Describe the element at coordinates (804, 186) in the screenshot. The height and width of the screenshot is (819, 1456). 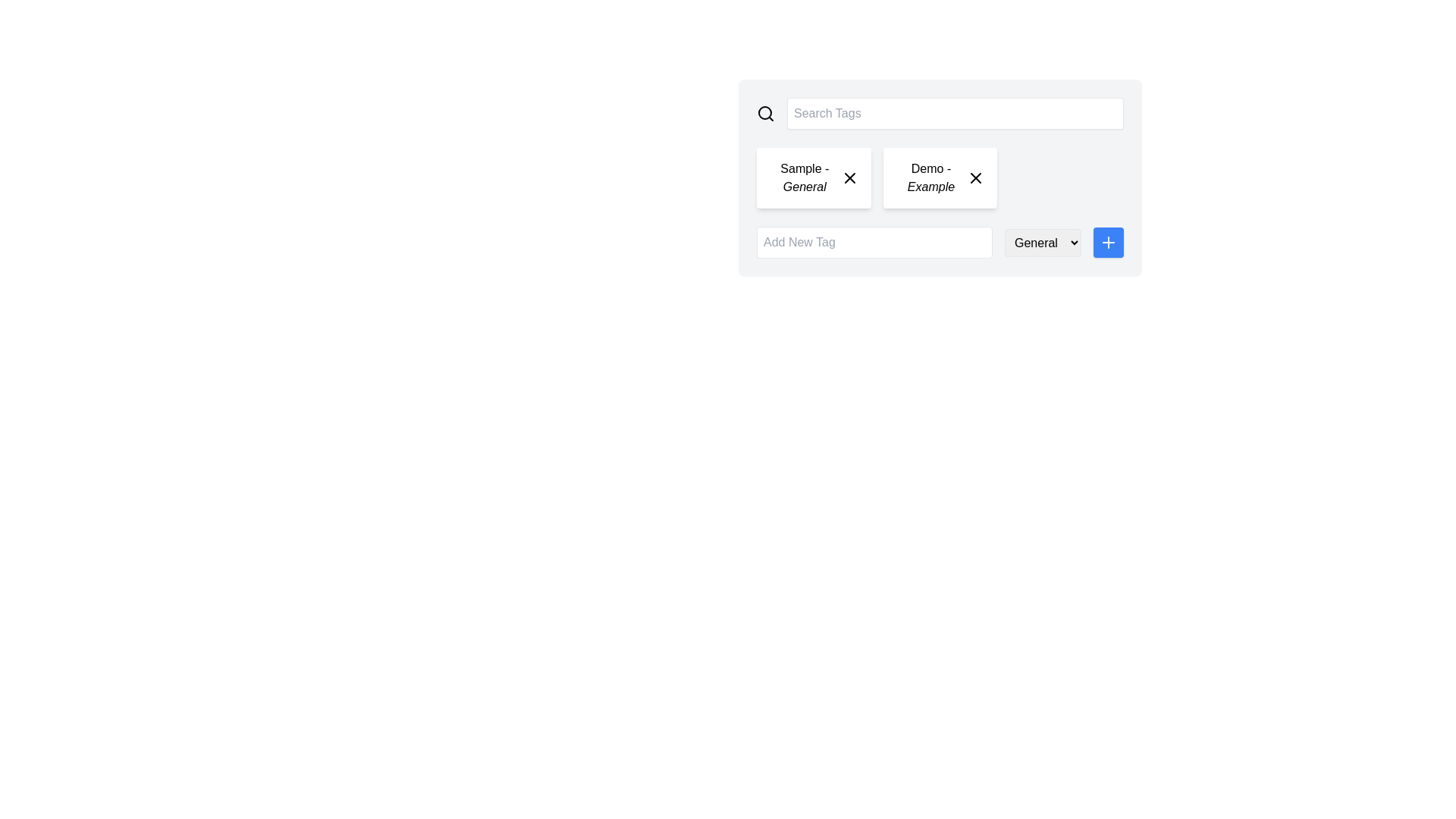
I see `the Text Label that provides additional context within the 'Sample - General' tag, located to the lower-left of the text 'Sample'` at that location.